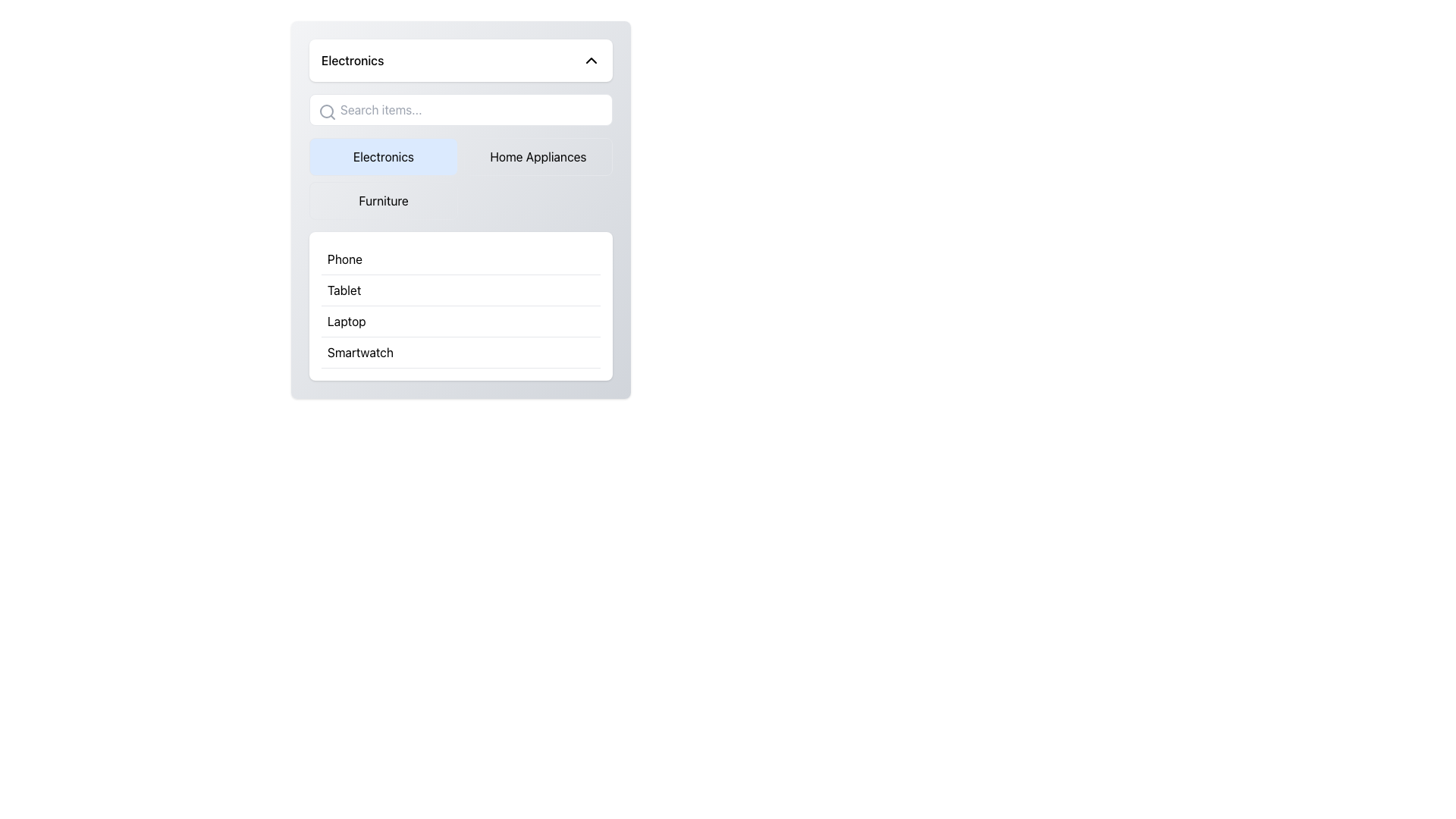  What do you see at coordinates (359, 353) in the screenshot?
I see `the 'Smartwatch' text label in the Electronics menu` at bounding box center [359, 353].